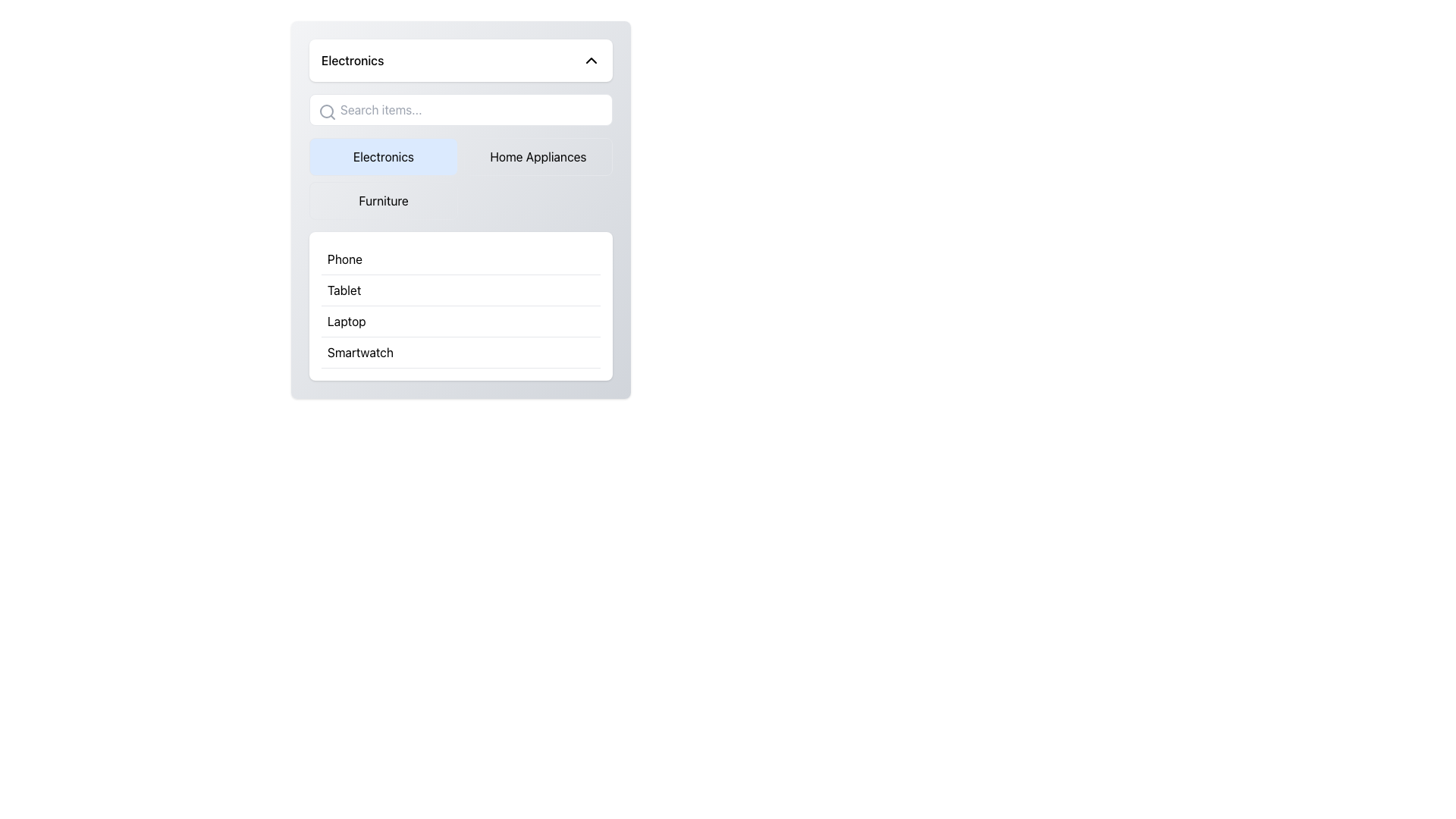  What do you see at coordinates (359, 353) in the screenshot?
I see `the 'Smartwatch' text label in the Electronics menu` at bounding box center [359, 353].